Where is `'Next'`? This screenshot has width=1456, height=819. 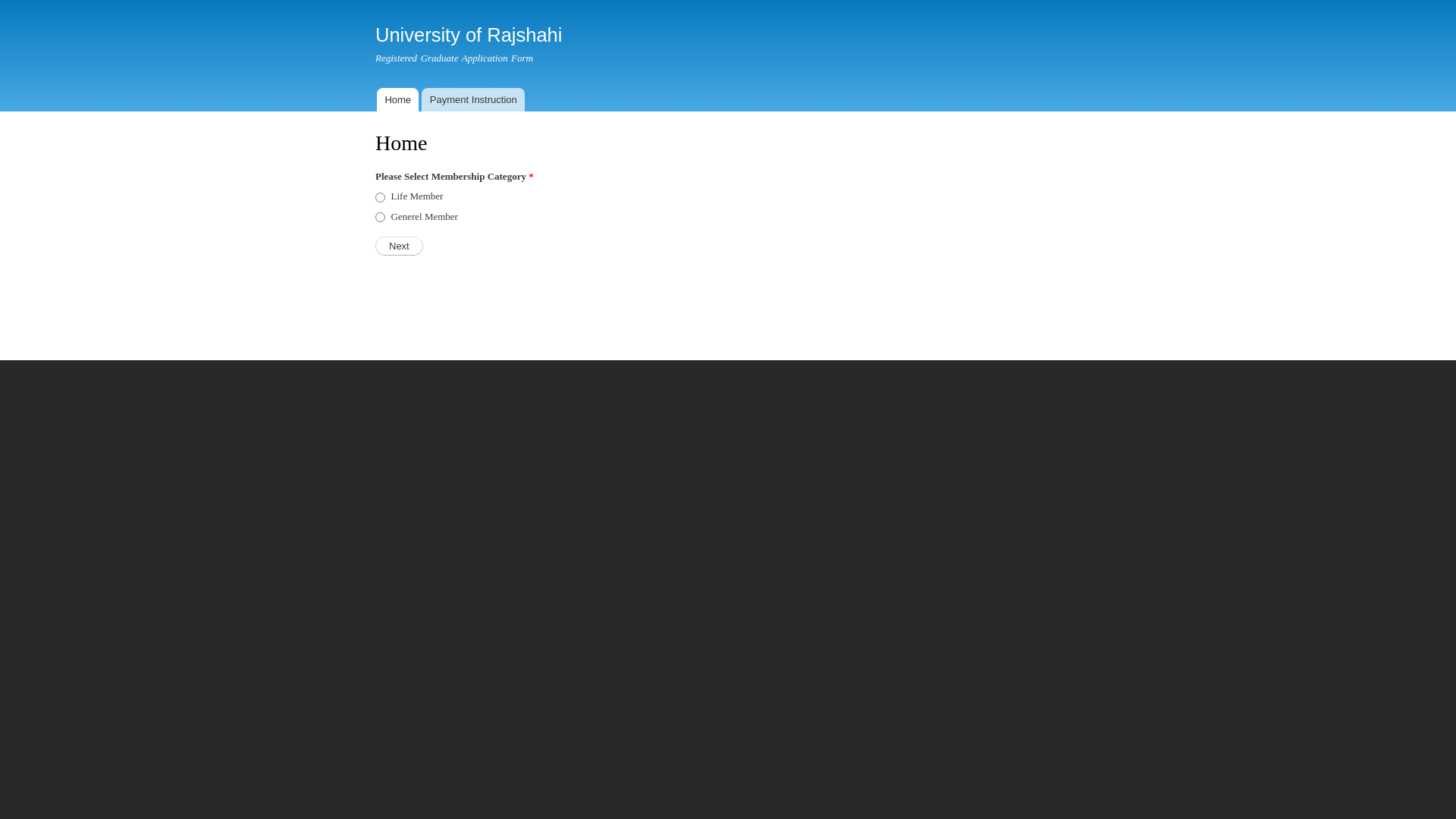
'Next' is located at coordinates (375, 245).